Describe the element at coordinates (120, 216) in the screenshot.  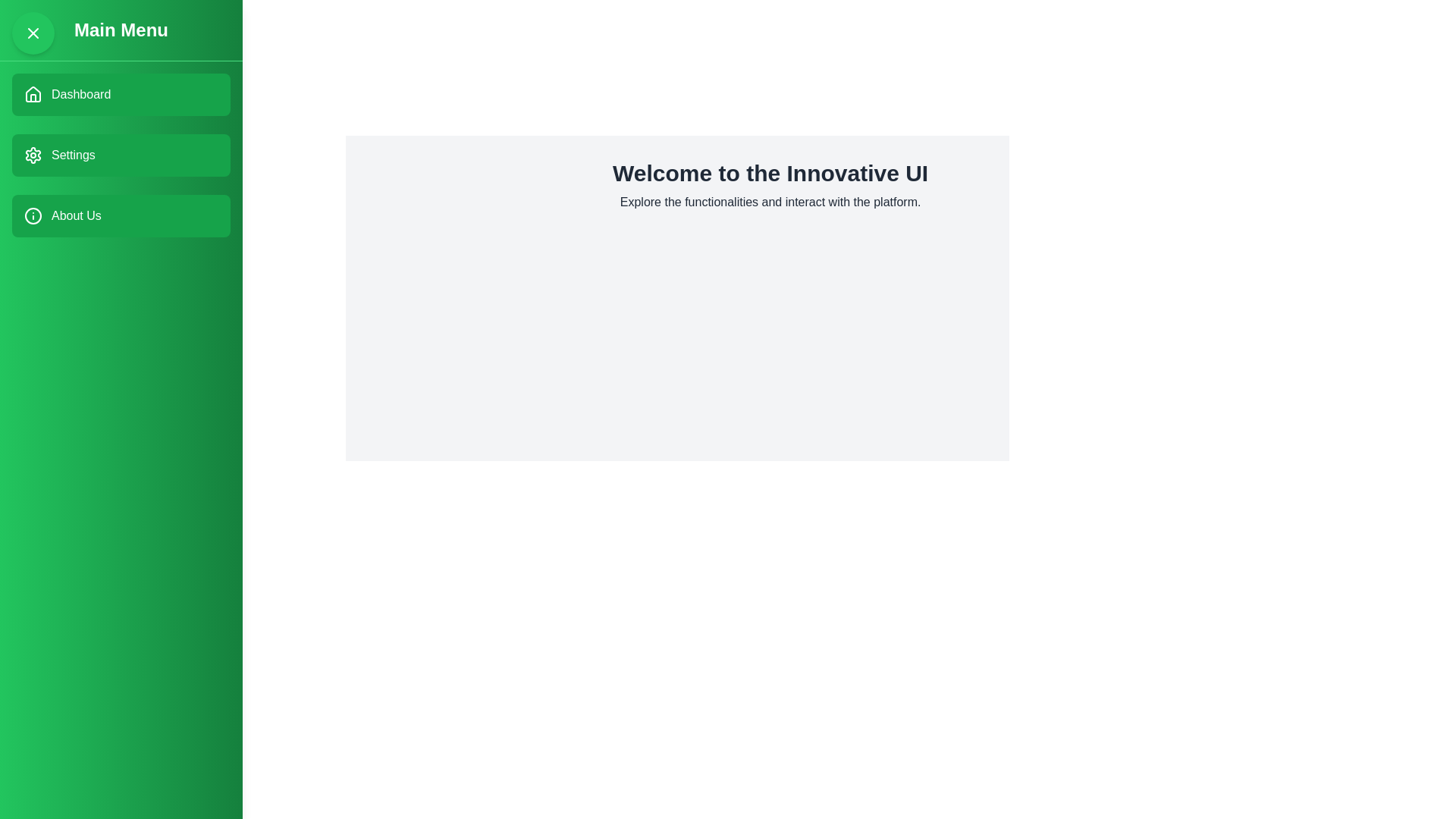
I see `the menu item About Us from the options Dashboard, Settings, and About Us` at that location.